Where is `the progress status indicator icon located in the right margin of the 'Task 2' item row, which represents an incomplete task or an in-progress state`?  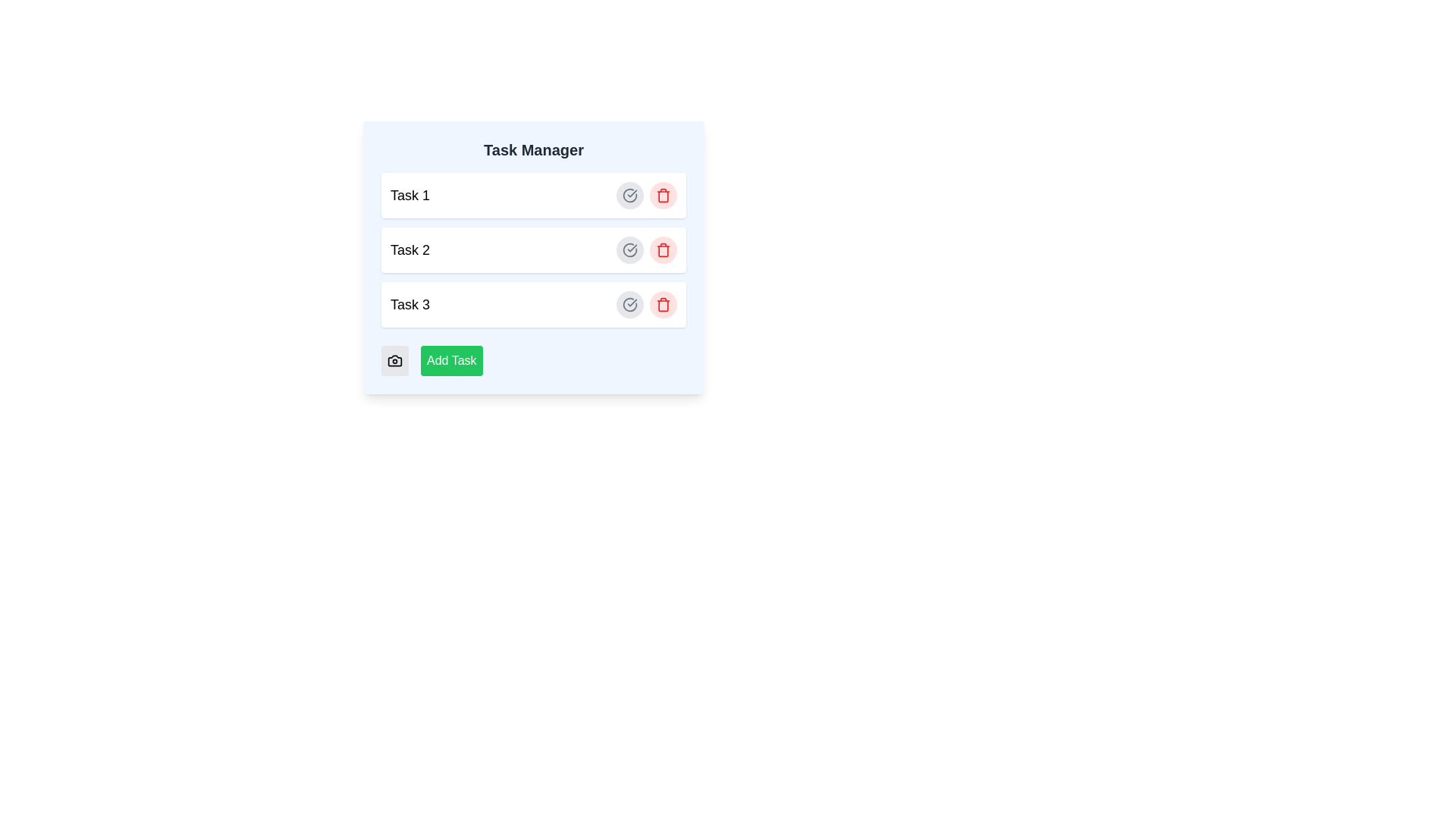 the progress status indicator icon located in the right margin of the 'Task 2' item row, which represents an incomplete task or an in-progress state is located at coordinates (629, 195).